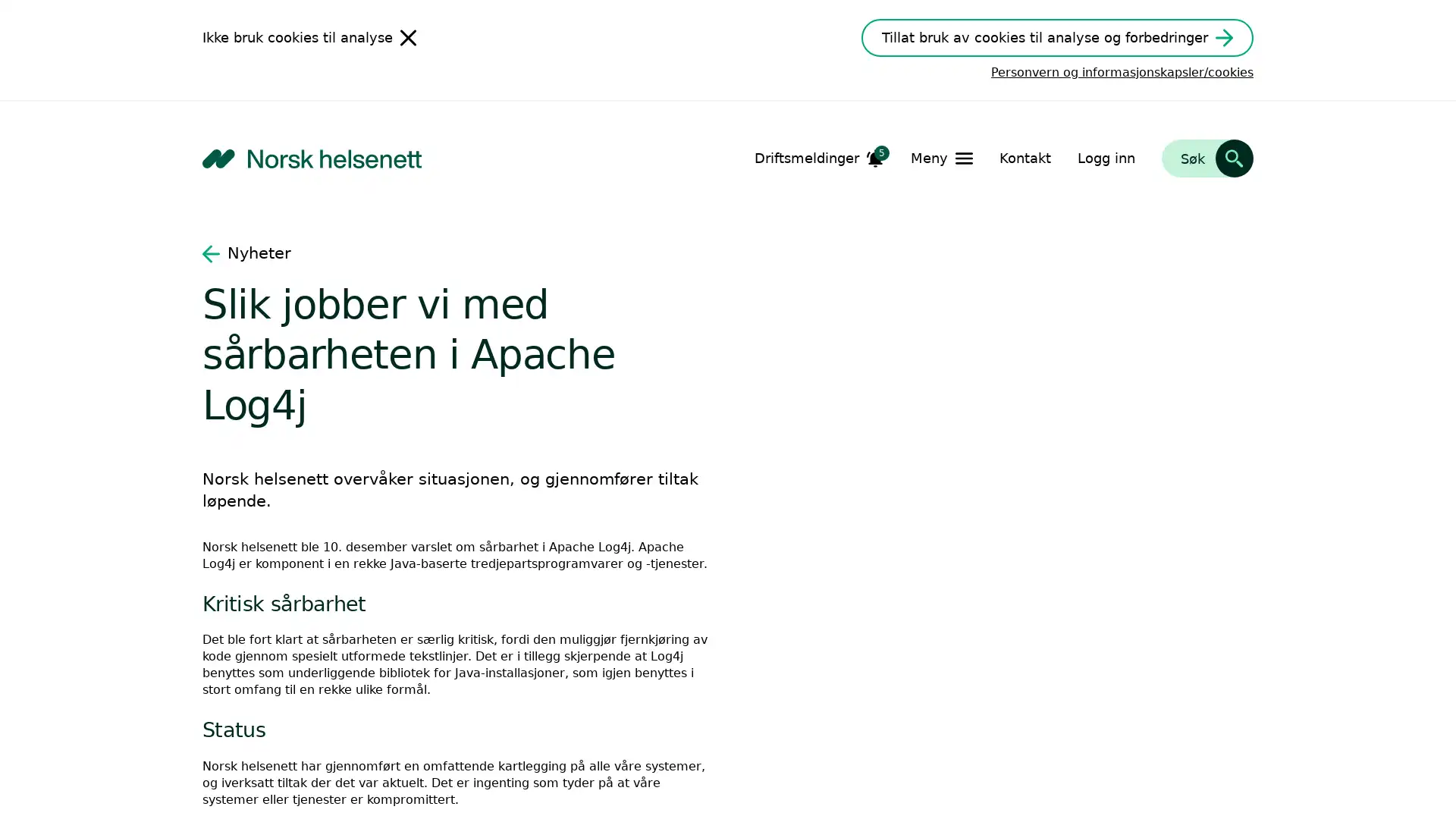 The image size is (1456, 819). Describe the element at coordinates (309, 37) in the screenshot. I see `Ikke bruk cookies til analyse` at that location.